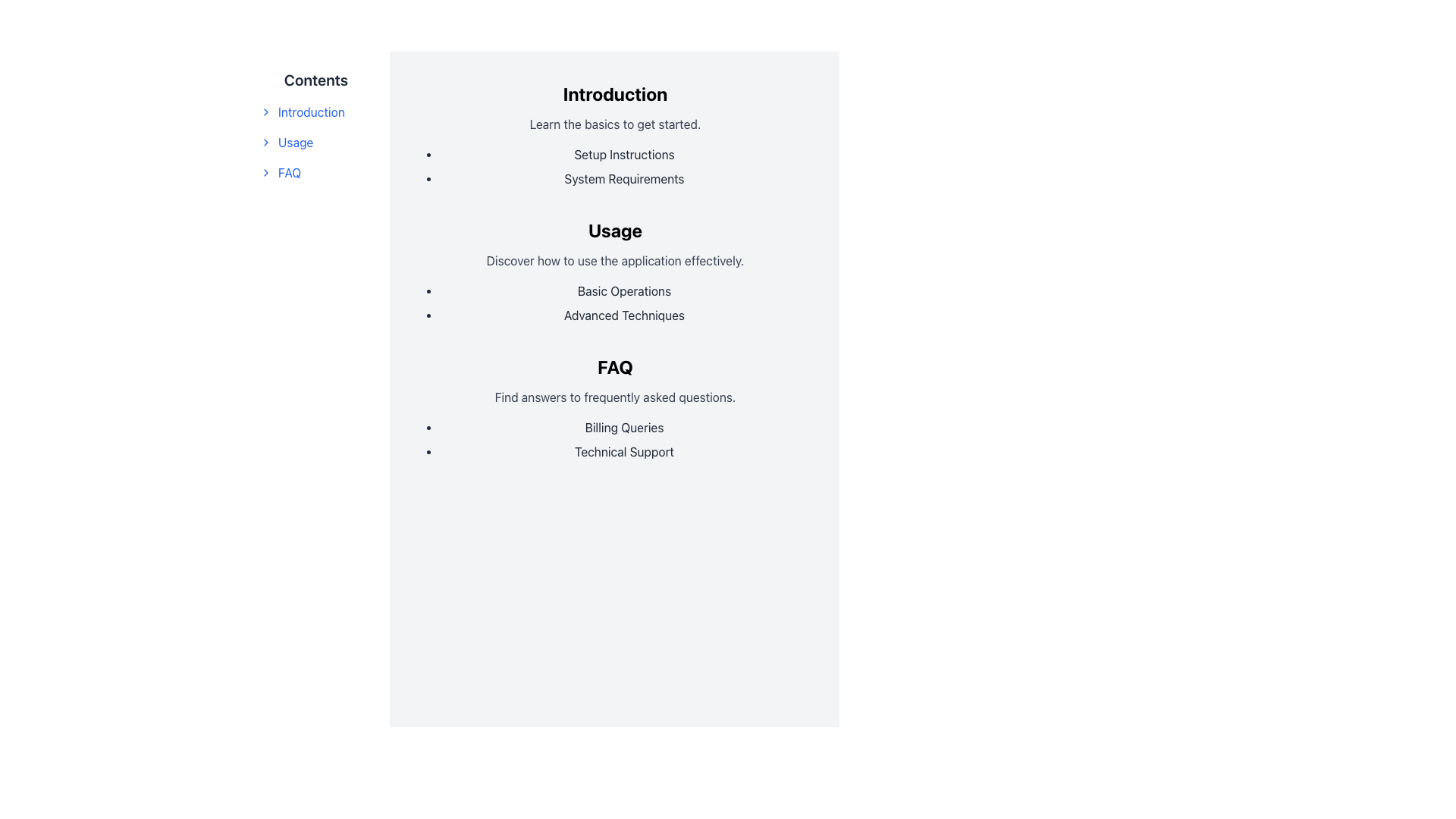 The image size is (1456, 819). What do you see at coordinates (265, 171) in the screenshot?
I see `the chevron icon located in the navigational sidebar under the 'Contents' heading, which is positioned next to the 'FAQ' link` at bounding box center [265, 171].